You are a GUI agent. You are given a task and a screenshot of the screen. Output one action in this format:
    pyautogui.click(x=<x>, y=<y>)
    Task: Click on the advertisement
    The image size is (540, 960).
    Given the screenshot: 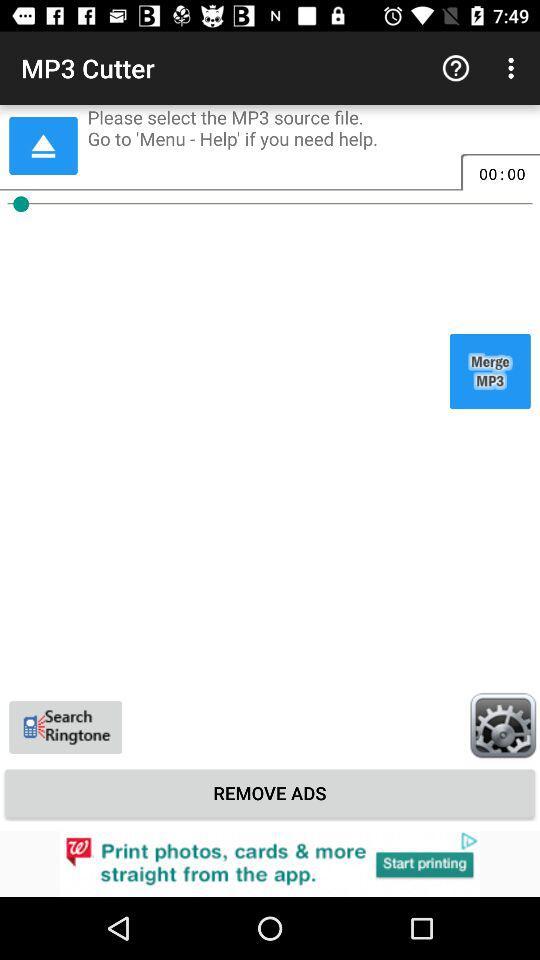 What is the action you would take?
    pyautogui.click(x=270, y=863)
    